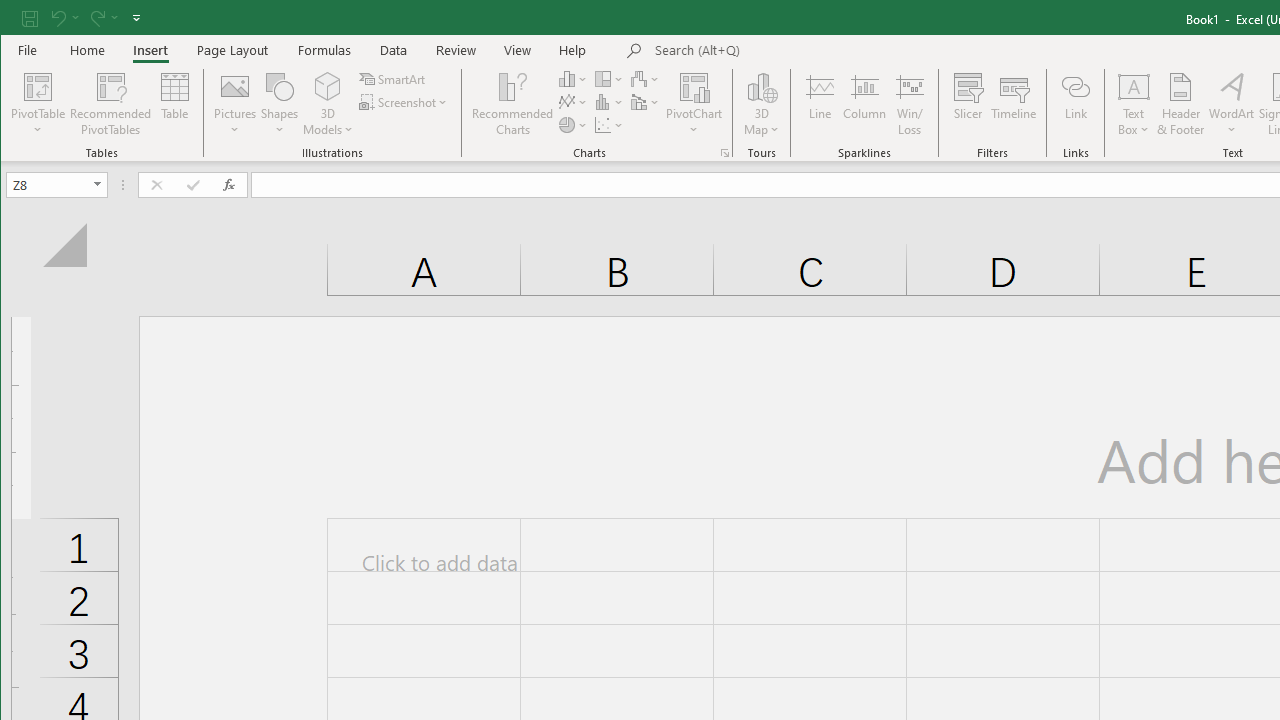 Image resolution: width=1280 pixels, height=720 pixels. I want to click on 'Line', so click(819, 104).